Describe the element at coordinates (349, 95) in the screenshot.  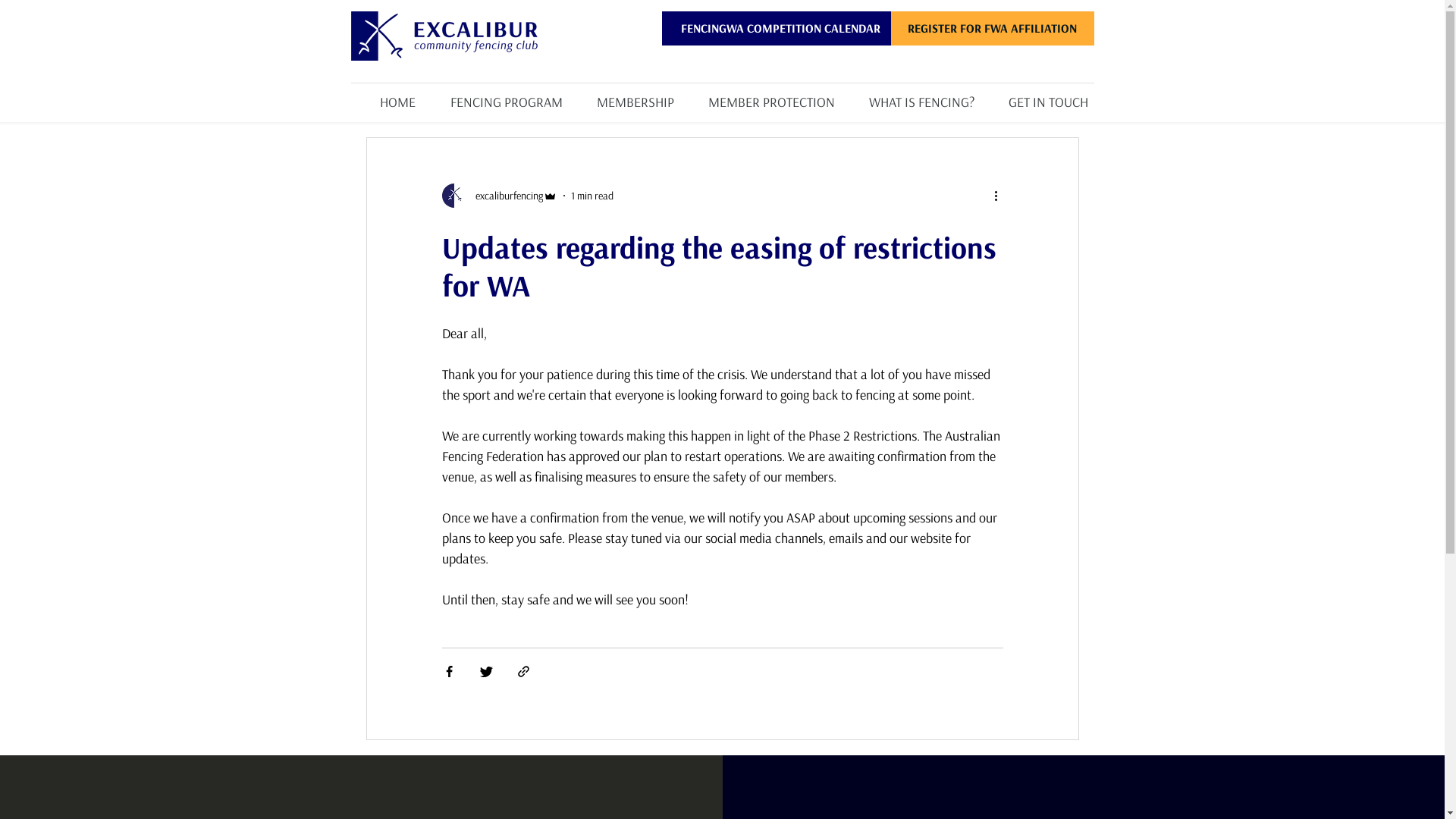
I see `'HOME'` at that location.